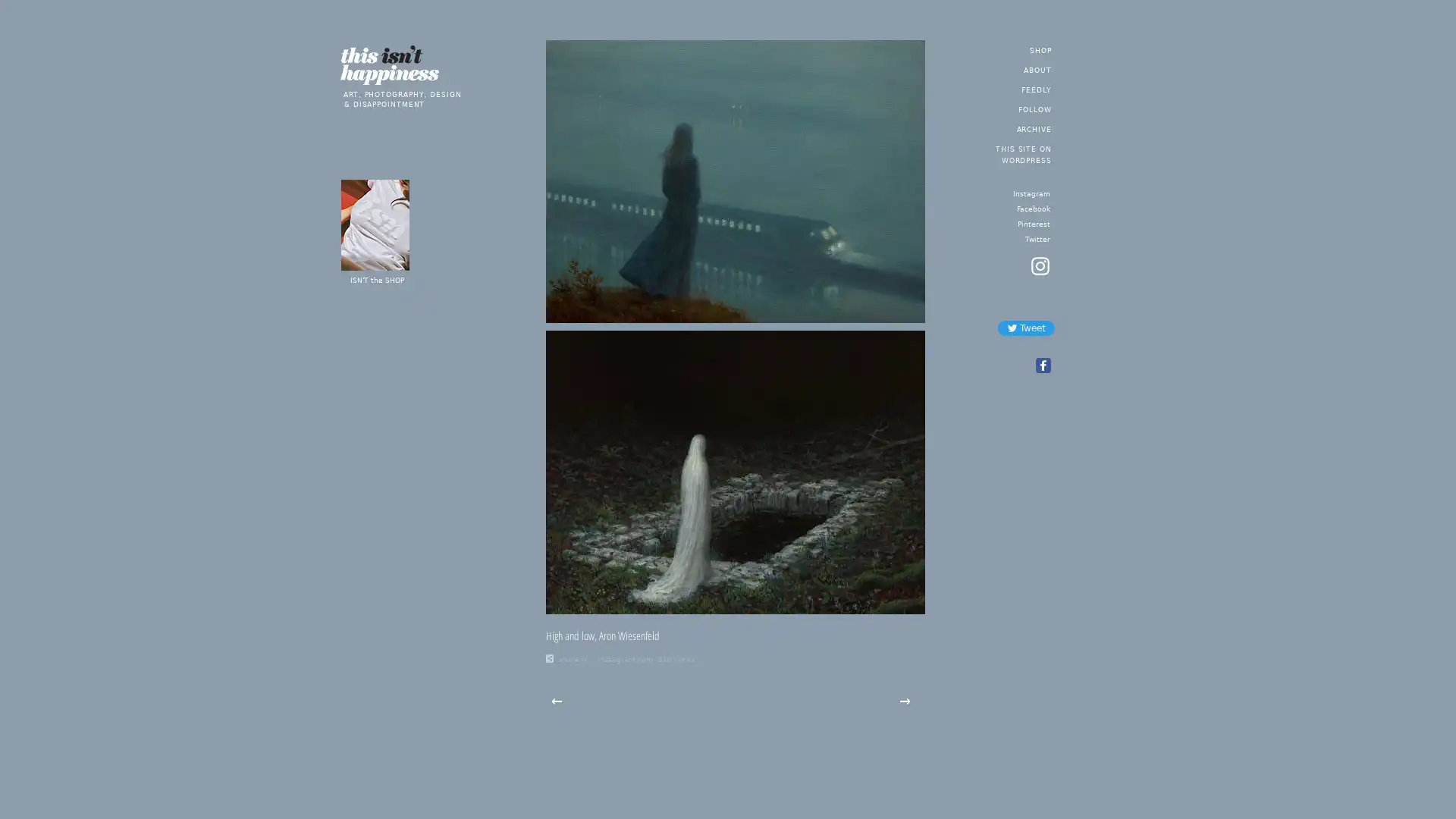 Image resolution: width=1456 pixels, height=819 pixels. I want to click on Share to Facebook, so click(1041, 366).